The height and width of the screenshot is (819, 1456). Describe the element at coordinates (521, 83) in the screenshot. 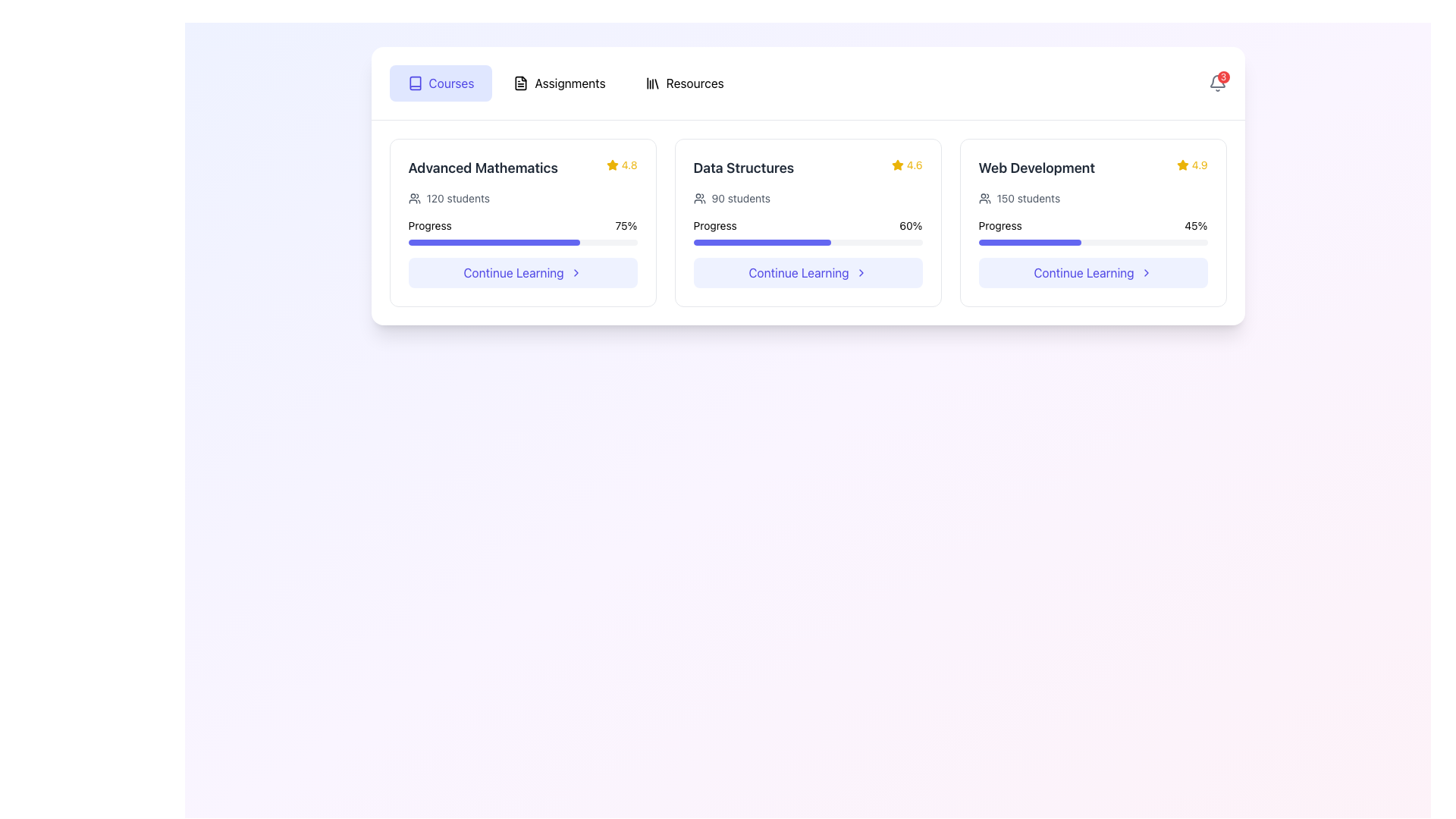

I see `the document icon located next to the 'Assignments' label in the top-left section of the navigation bar` at that location.